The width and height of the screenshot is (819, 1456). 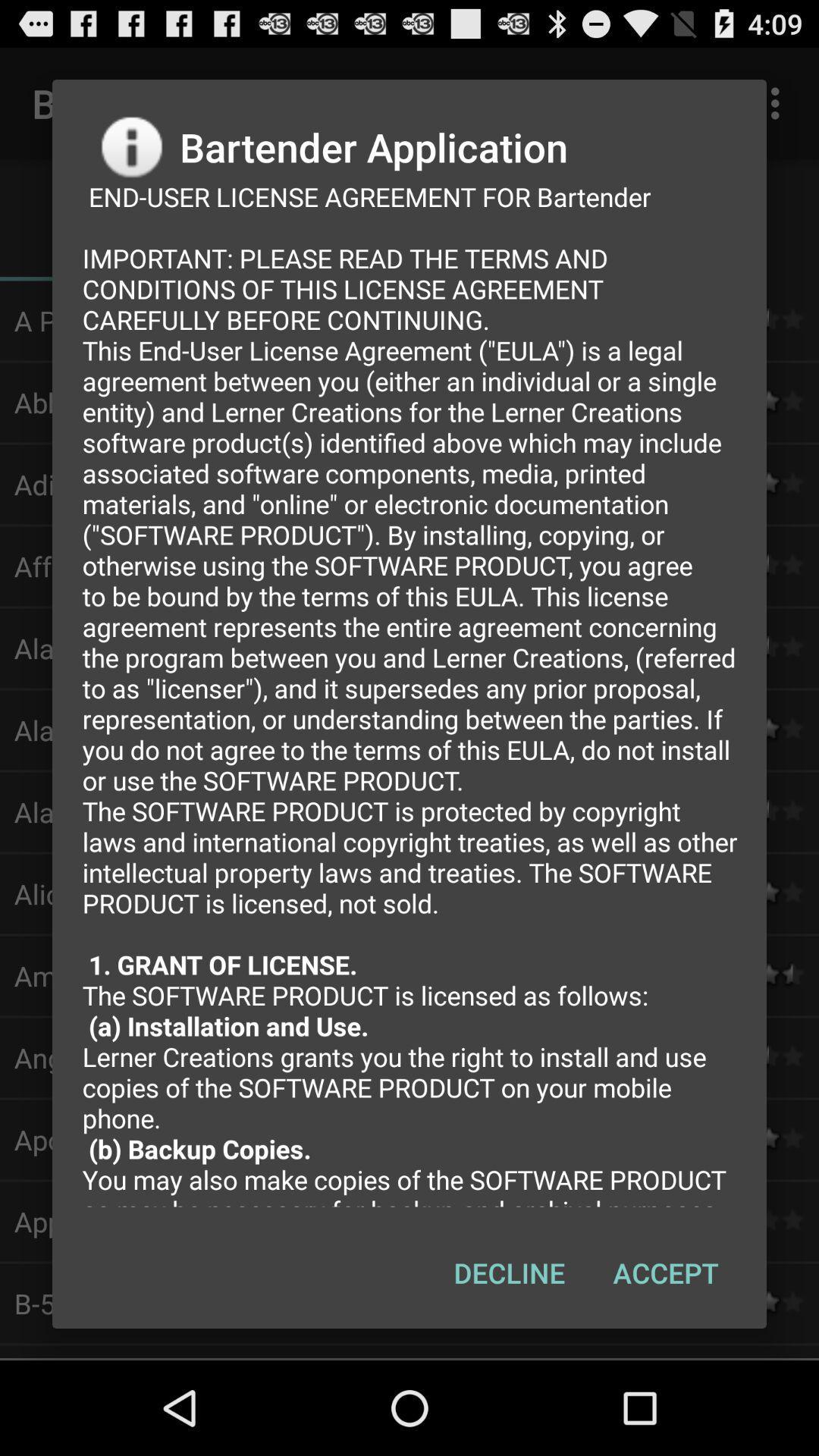 What do you see at coordinates (665, 1272) in the screenshot?
I see `accept` at bounding box center [665, 1272].